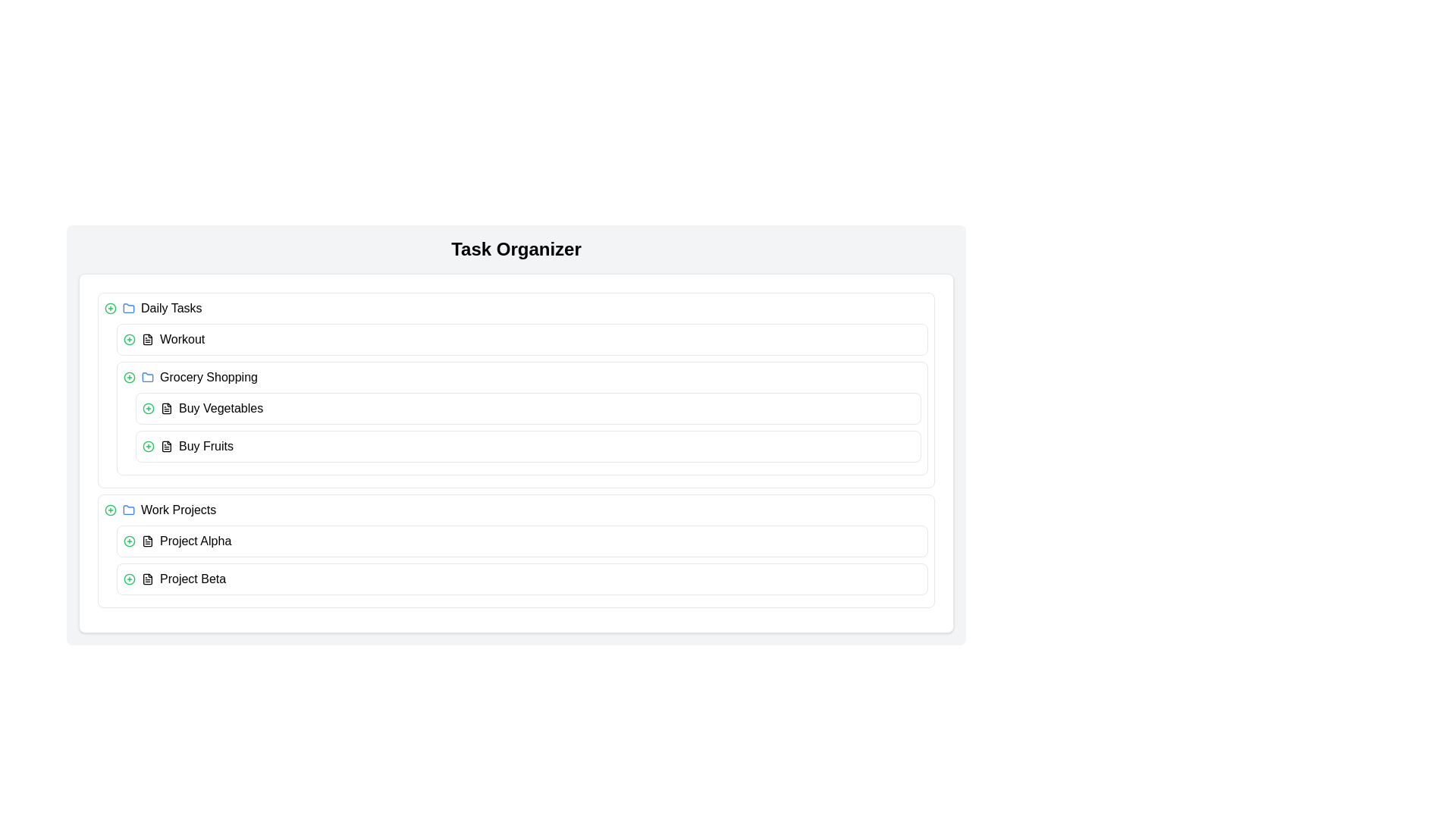 The height and width of the screenshot is (819, 1456). I want to click on the small circular button with a green border and a green plus symbol located to the left of the text 'Work Projects', so click(109, 510).